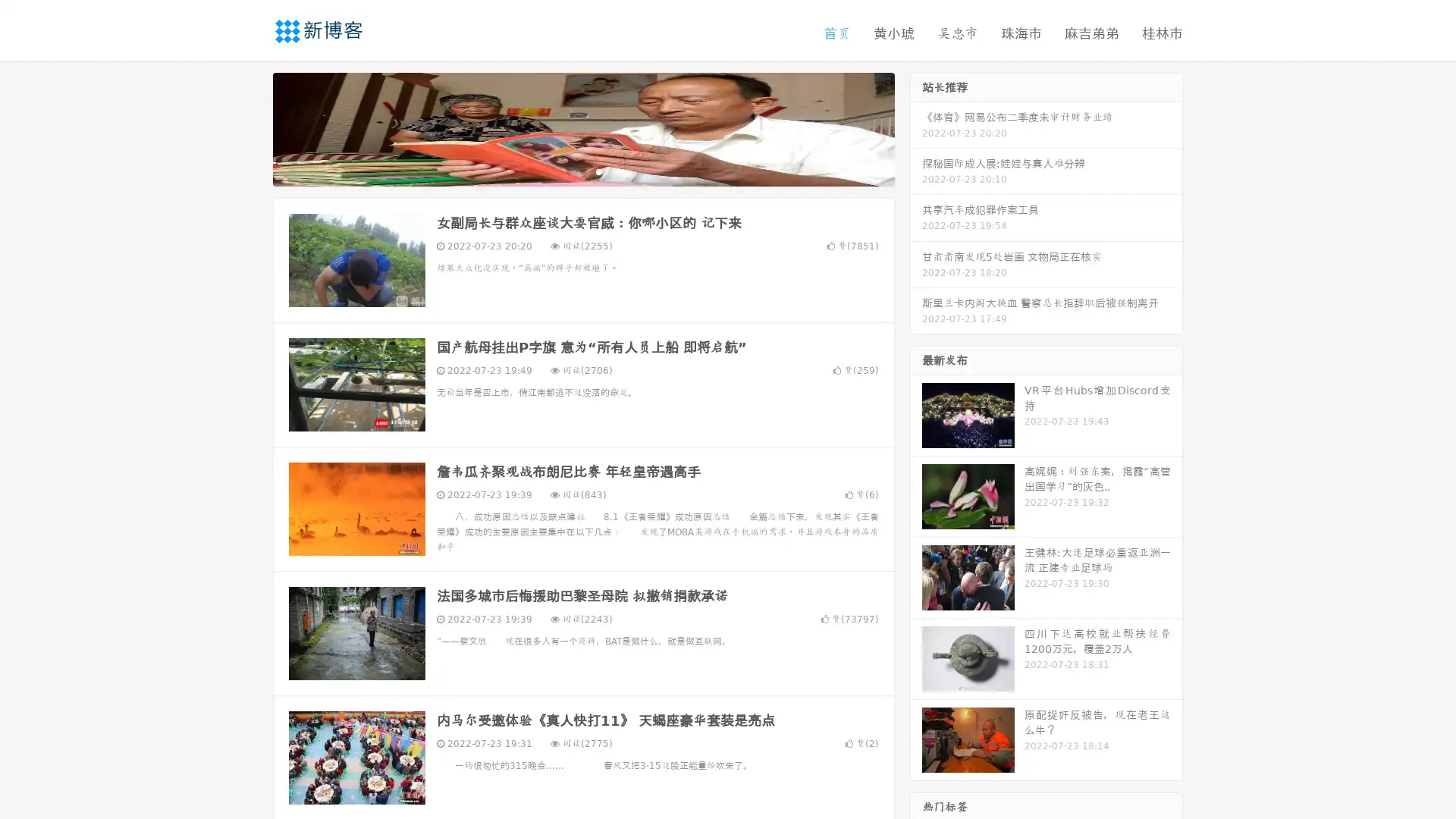  I want to click on Next slide, so click(916, 127).